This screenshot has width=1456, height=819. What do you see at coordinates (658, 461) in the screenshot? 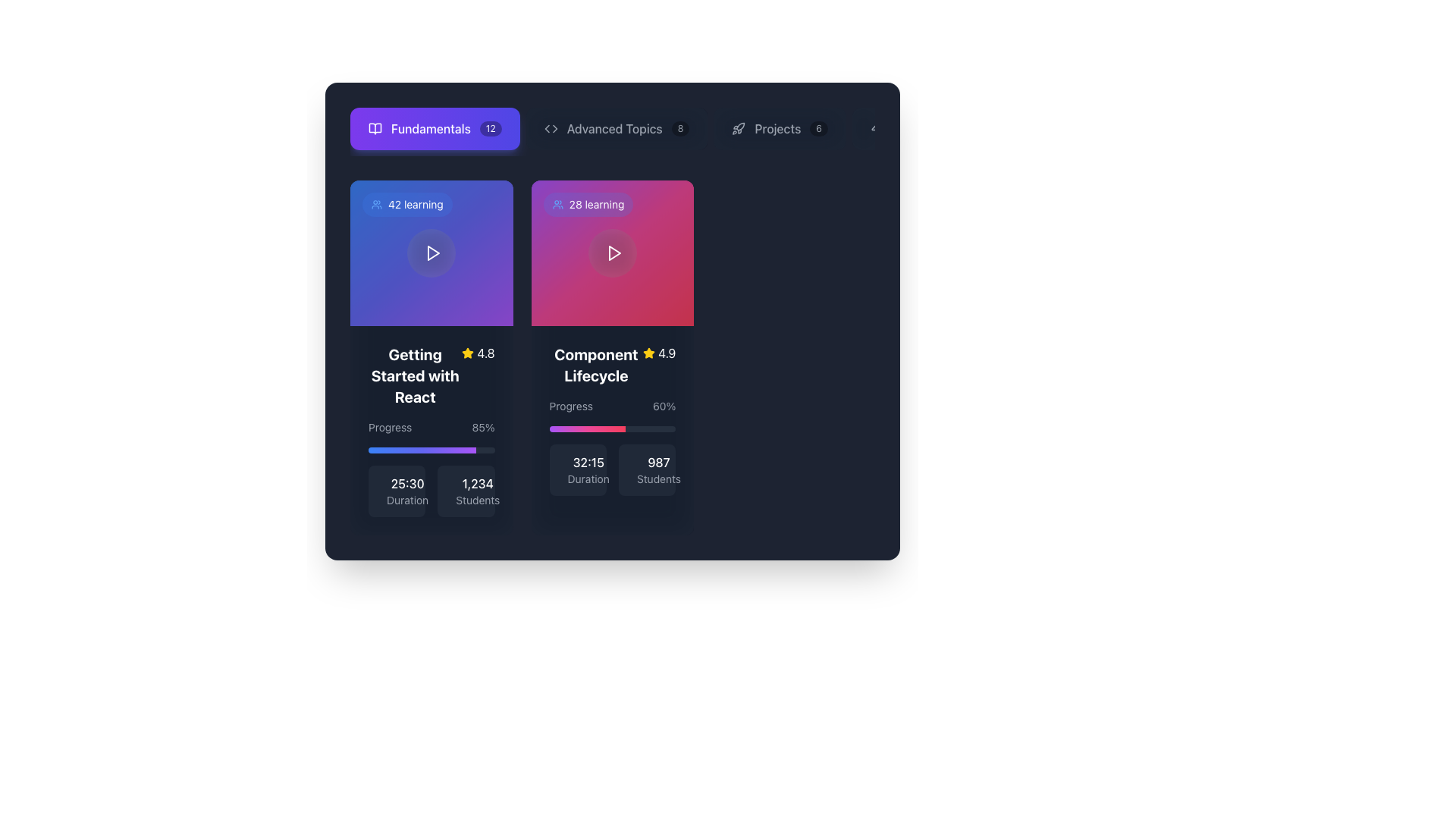
I see `numeric value '987' from the Label element that is located within the second card, positioned before the text 'Students'` at bounding box center [658, 461].